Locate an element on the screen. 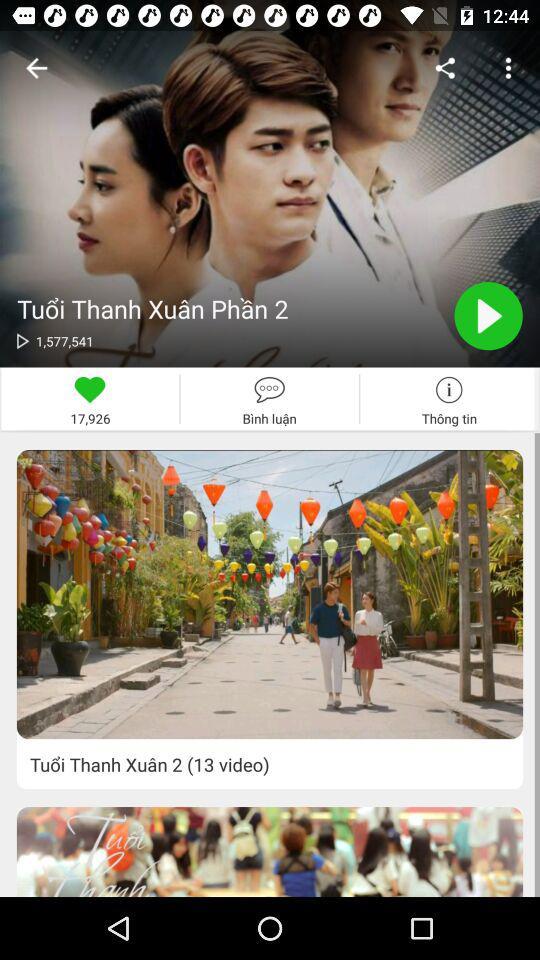  the three dots button on the top right corner of the web page is located at coordinates (508, 68).